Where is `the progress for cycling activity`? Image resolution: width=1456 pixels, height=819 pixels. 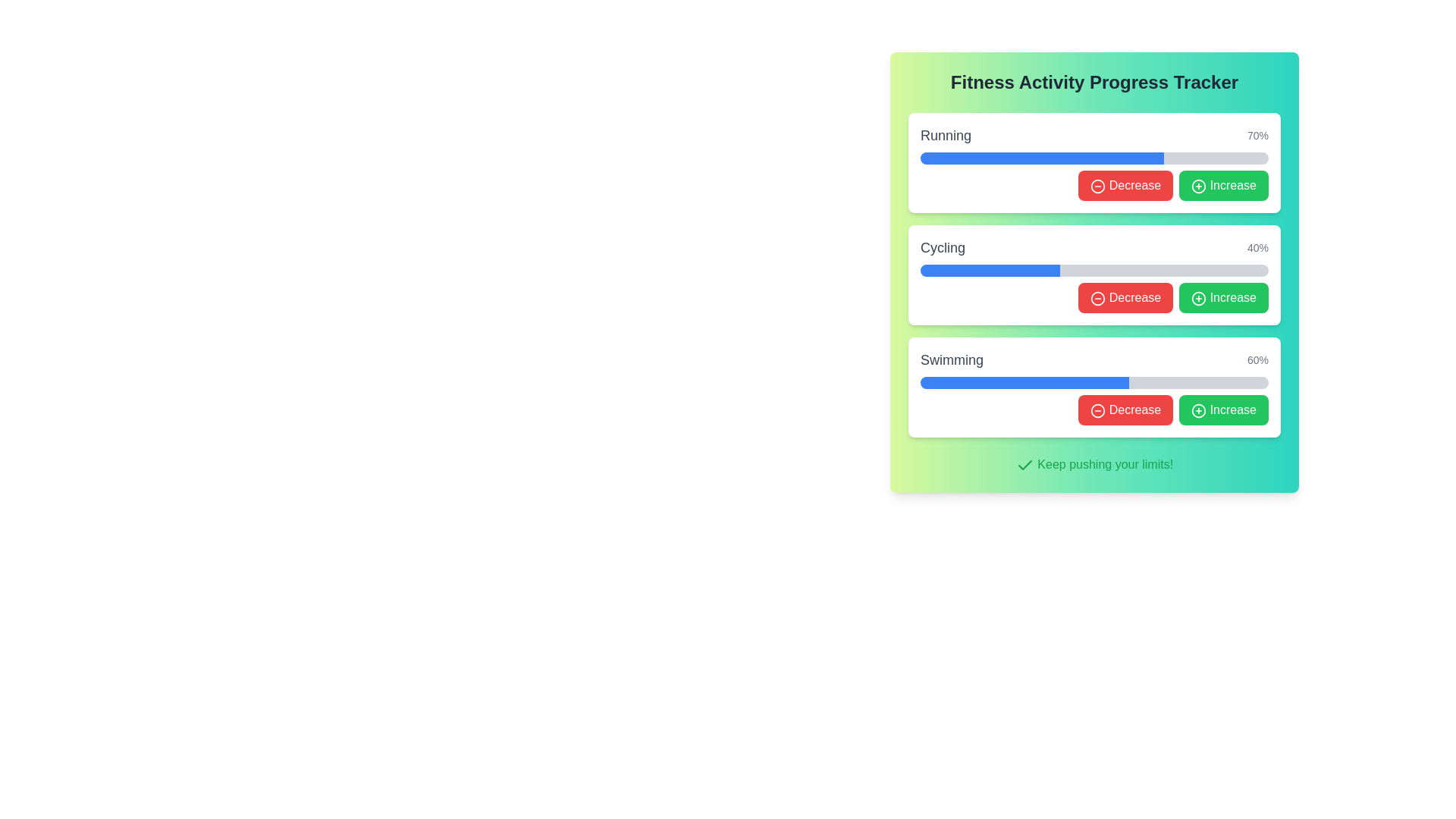 the progress for cycling activity is located at coordinates (1044, 270).